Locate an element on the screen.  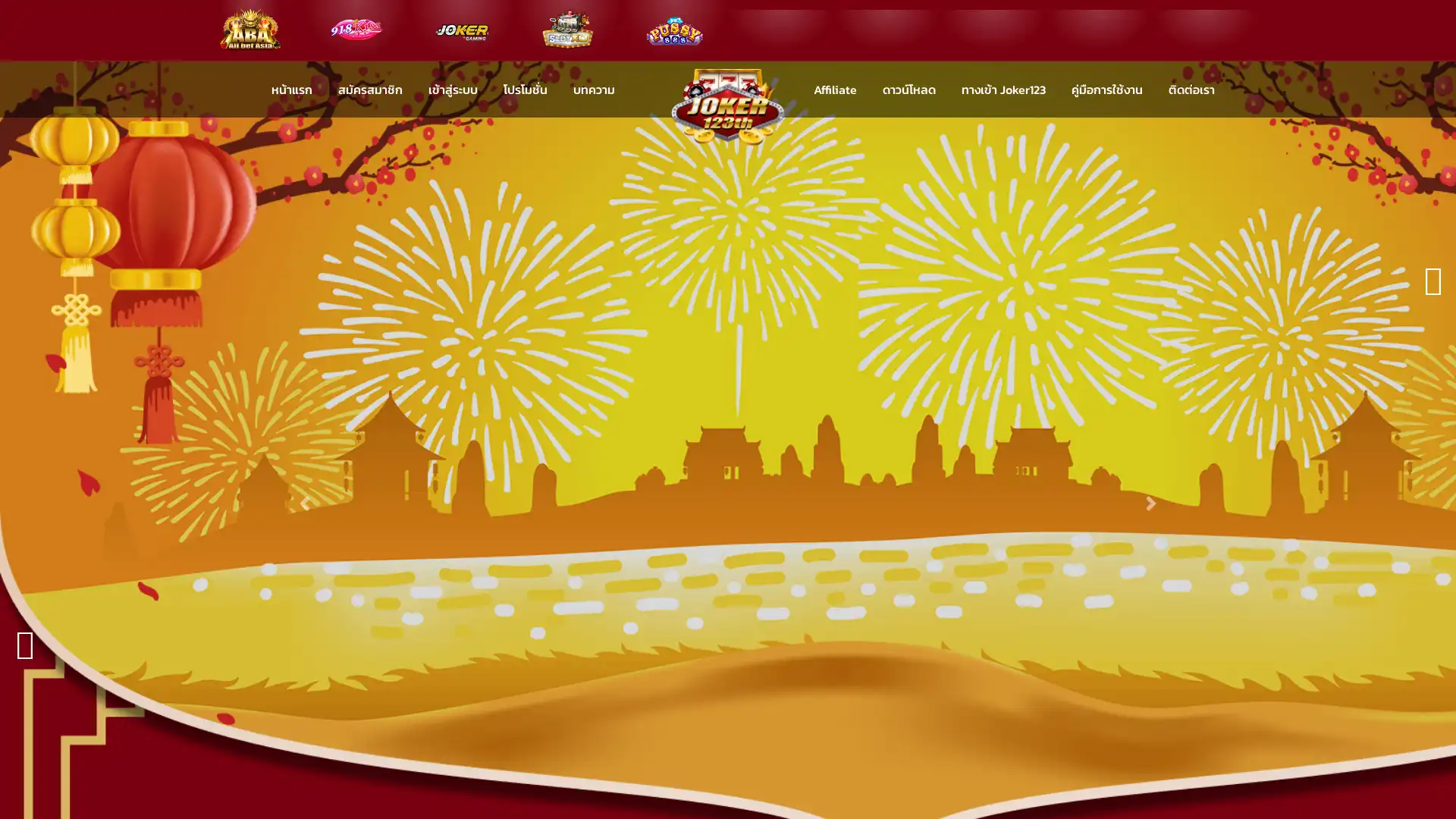
Previous is located at coordinates (303, 420).